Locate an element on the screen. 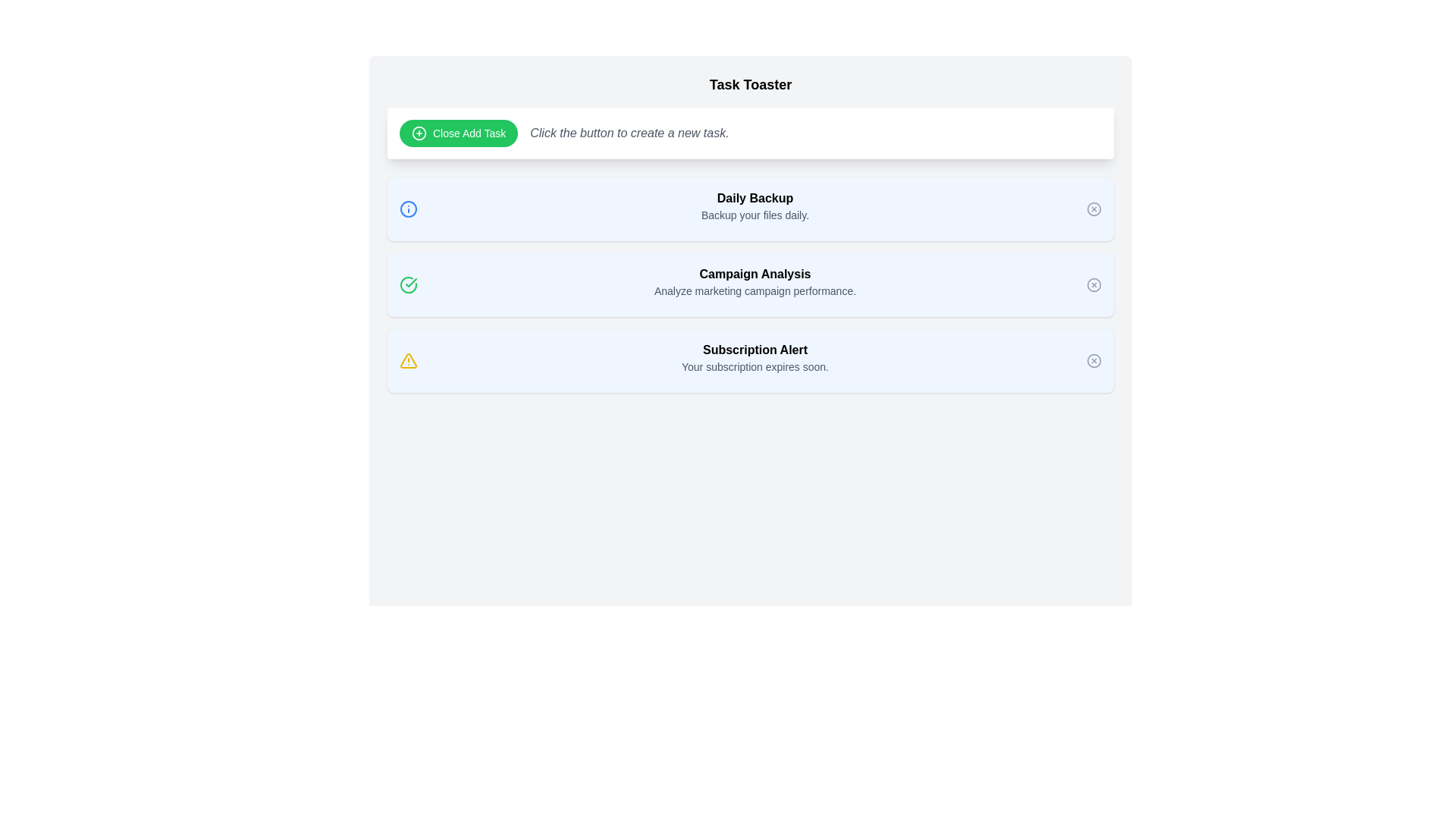 The width and height of the screenshot is (1456, 819). the informational text block about the daily backup feature located under the 'Task Toaster' heading to interact with possible tooltip or further information is located at coordinates (755, 209).